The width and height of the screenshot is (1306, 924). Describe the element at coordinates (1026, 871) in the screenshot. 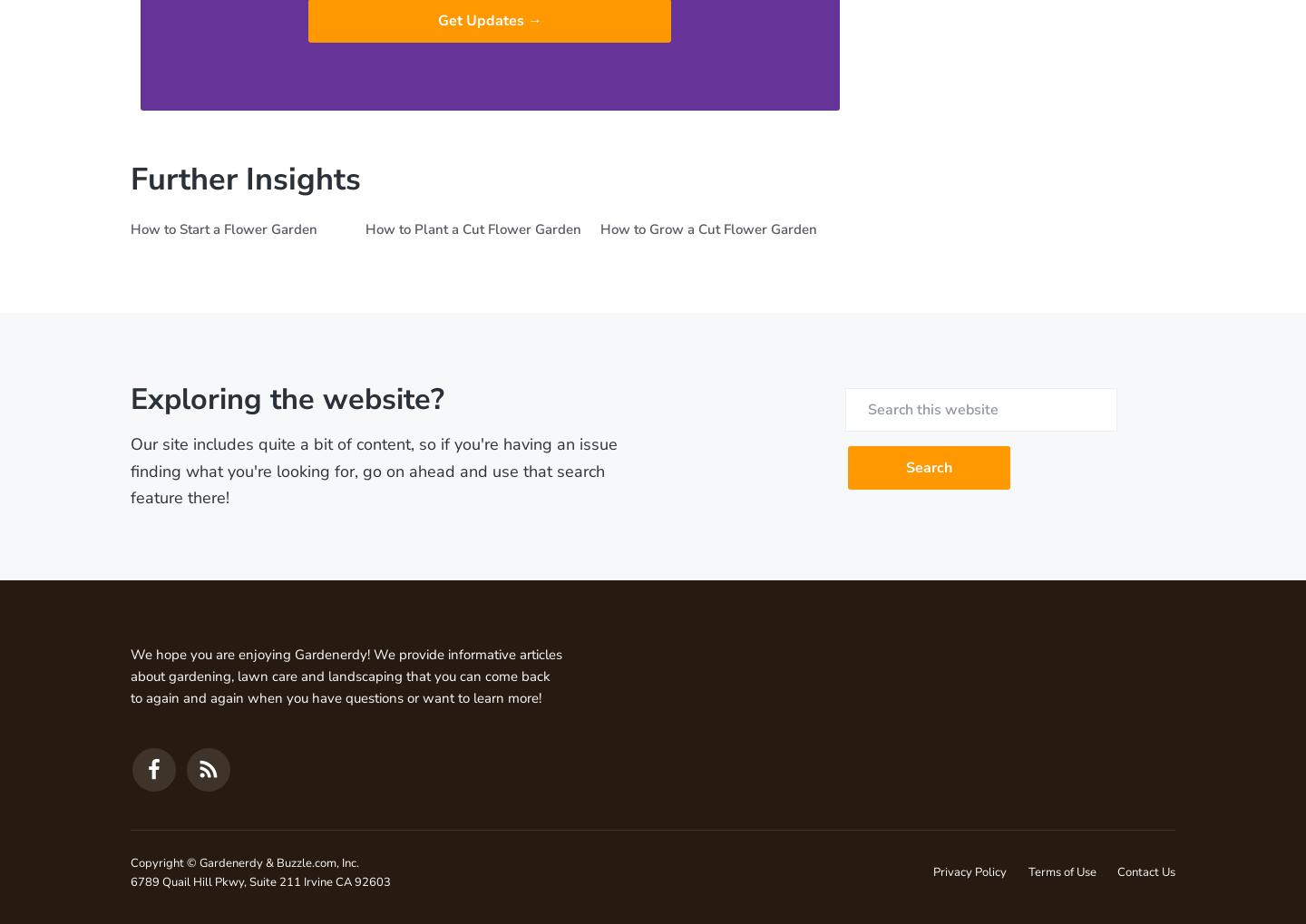

I see `'Terms of Use'` at that location.